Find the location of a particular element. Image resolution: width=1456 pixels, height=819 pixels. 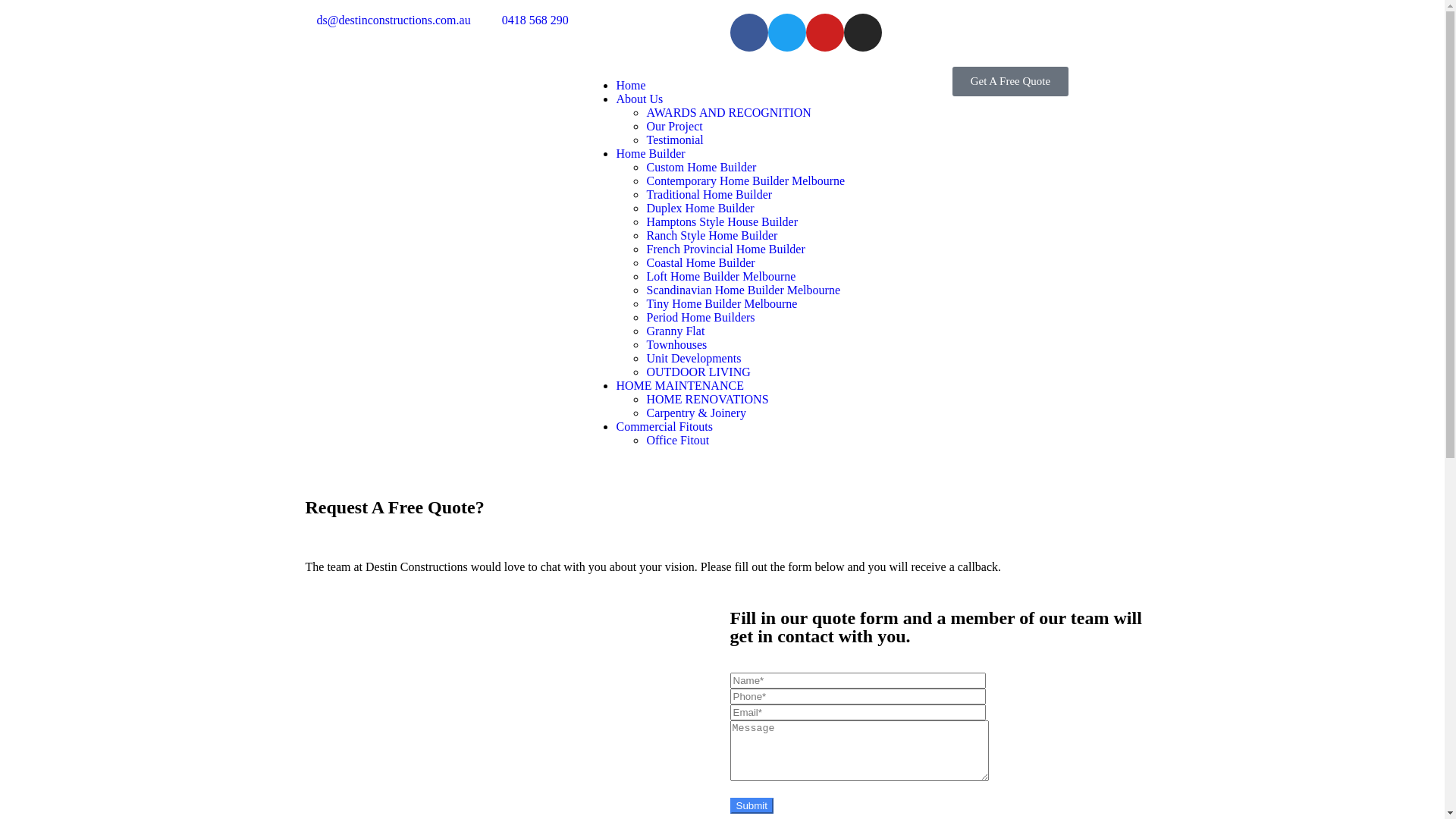

'Custom Home Builder' is located at coordinates (645, 167).